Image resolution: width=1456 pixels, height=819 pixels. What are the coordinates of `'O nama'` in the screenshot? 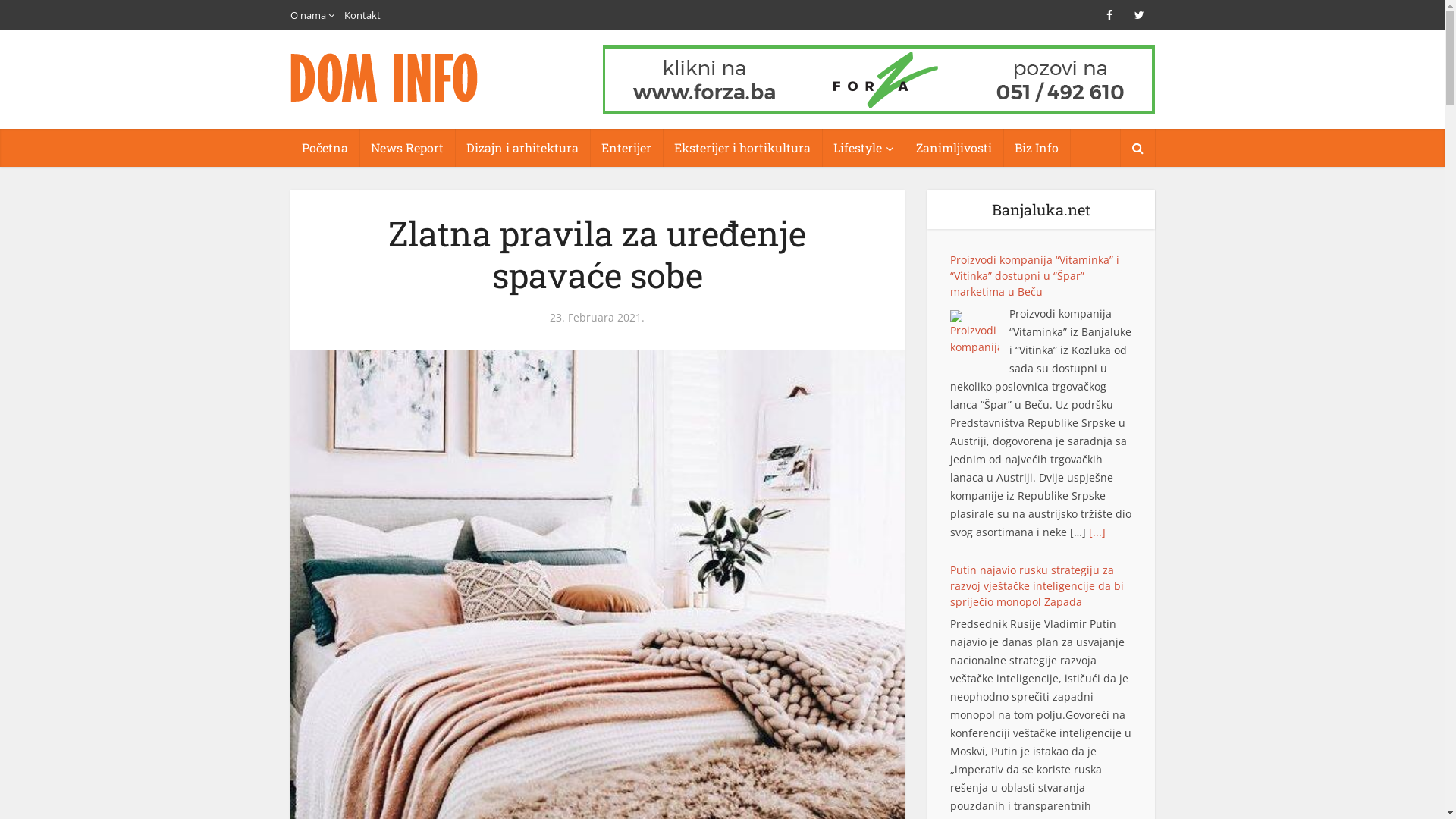 It's located at (290, 14).